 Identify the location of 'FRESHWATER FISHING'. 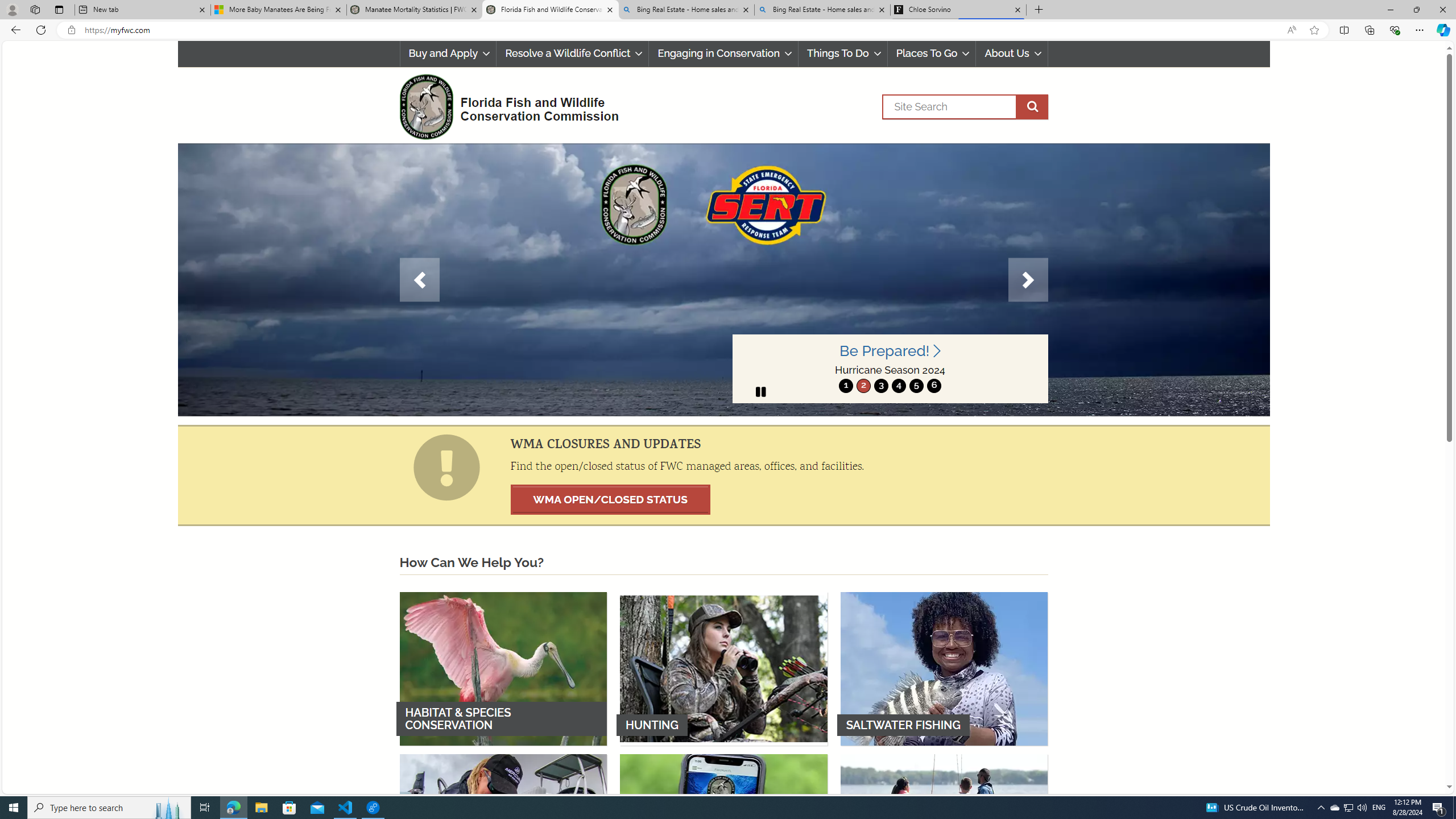
(503, 819).